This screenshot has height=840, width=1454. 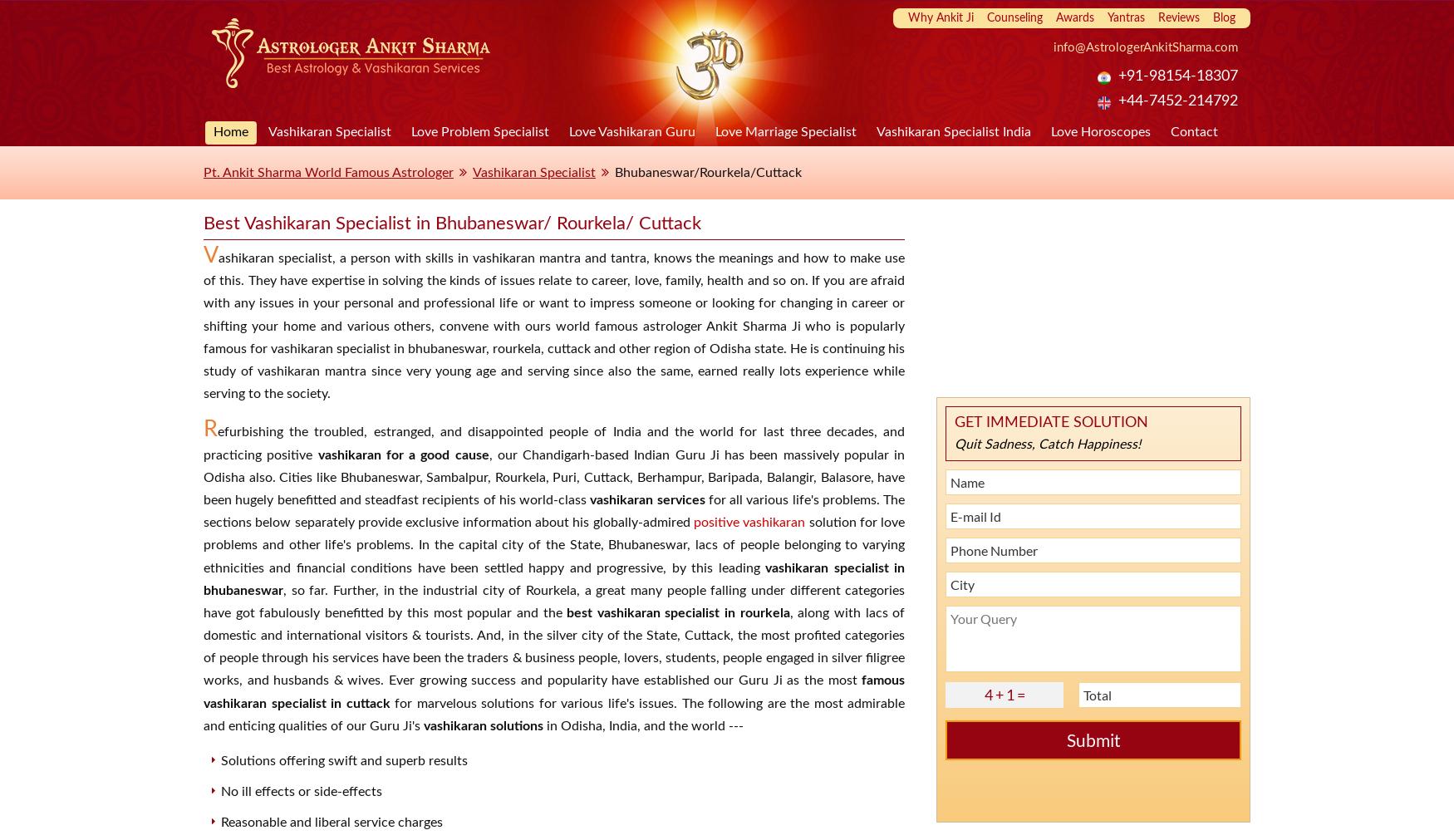 I want to click on 'Vashikaran specialist, a person with skills in vashikaran mantra and tantra, knows the meanings and how to make use of this. They have expertise in solving the kinds of issues relate to career, love, family, health and so on. If you are afraid with any issues in your personal and professional life or want to impress someone or looking for changing in career or shifting your home and various others, convene with ours world famous astrologer Ankit Sharma Ji who is popularly famous for vashikaran specialist in bhubaneswar, rourkela, cuttack and other region of Odisha state. He is continuing his study of vashikaran mantra since very young age and serving since also the same, earned really lots experience while serving to the society.', so click(x=204, y=322).